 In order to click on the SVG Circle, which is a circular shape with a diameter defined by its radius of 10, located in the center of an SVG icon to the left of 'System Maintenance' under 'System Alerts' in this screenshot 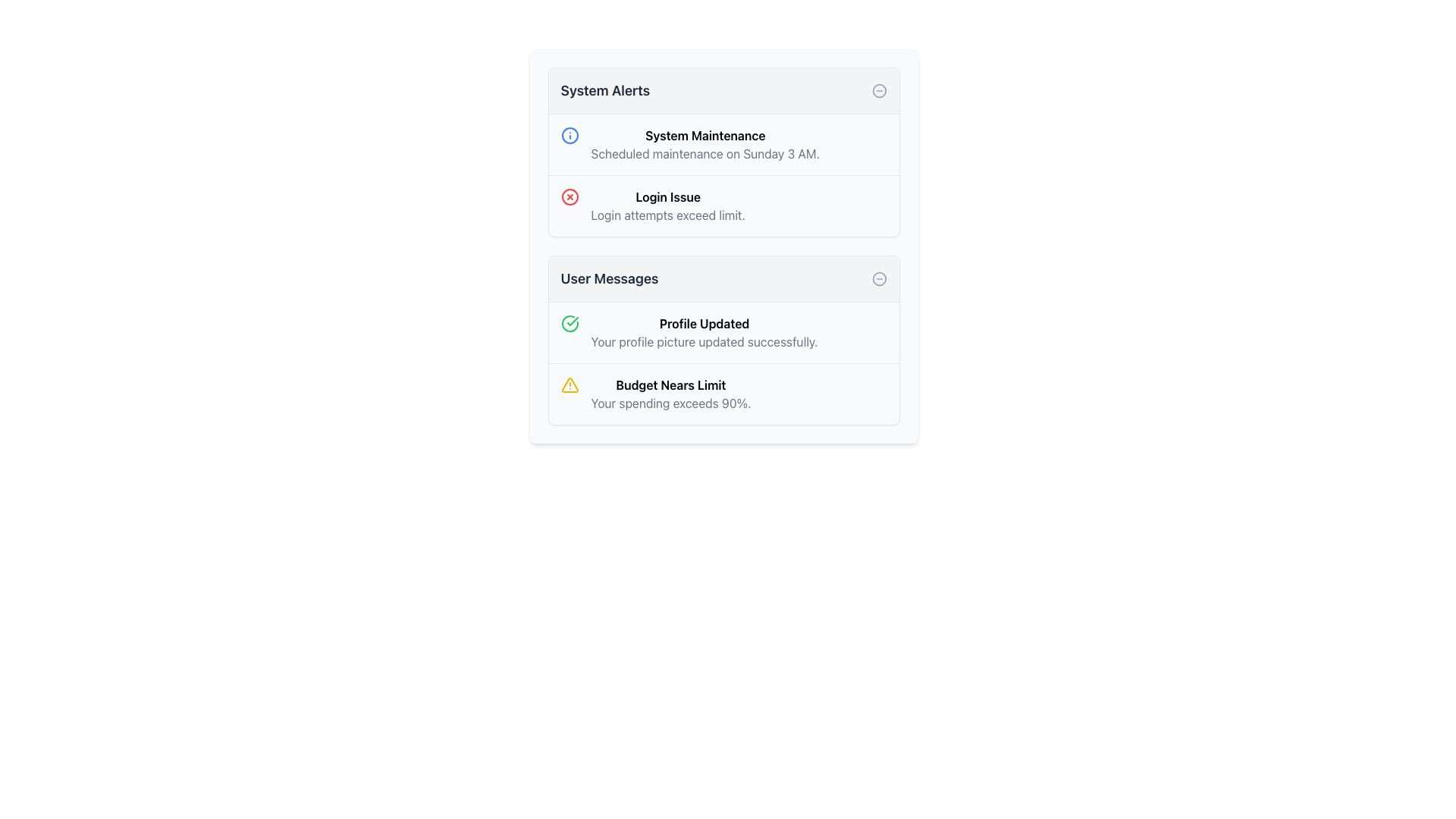, I will do `click(569, 134)`.